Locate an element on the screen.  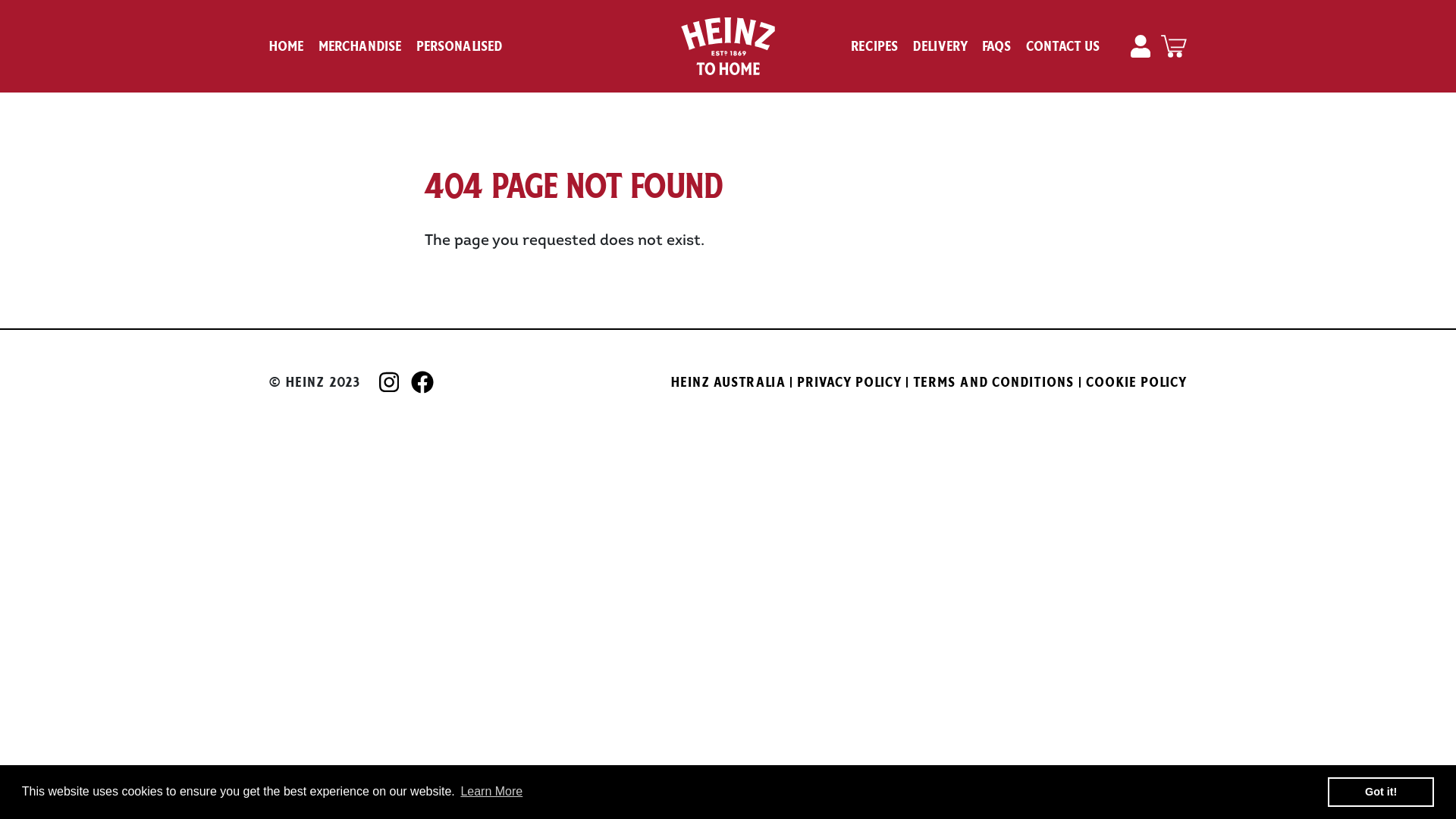
'Your account' is located at coordinates (1142, 45).